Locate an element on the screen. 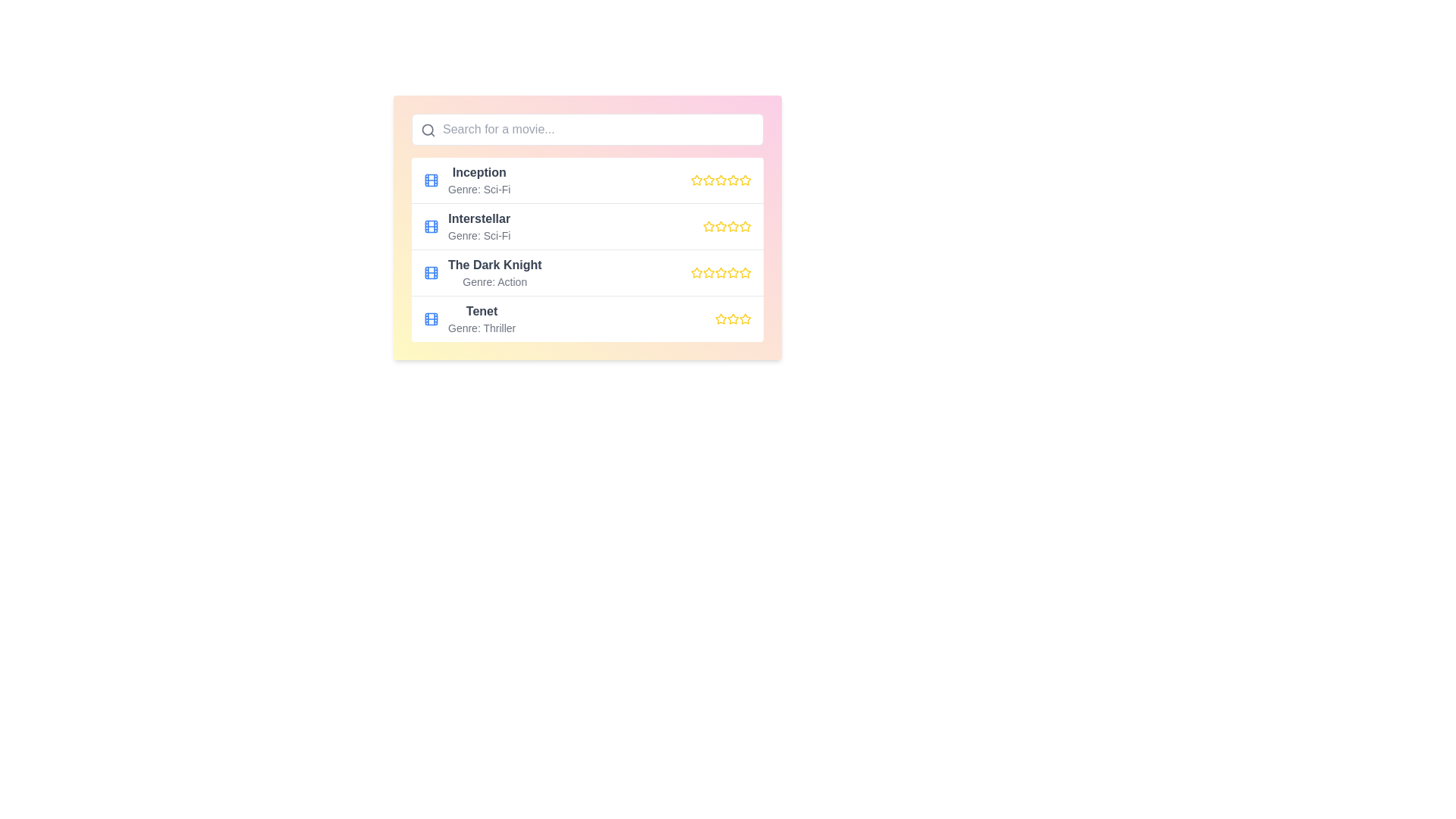 The width and height of the screenshot is (1456, 819). the third star rating icon from the left in the movie 'The Dark Knight' rating section, which is a yellow filled star with a thin outline is located at coordinates (708, 271).